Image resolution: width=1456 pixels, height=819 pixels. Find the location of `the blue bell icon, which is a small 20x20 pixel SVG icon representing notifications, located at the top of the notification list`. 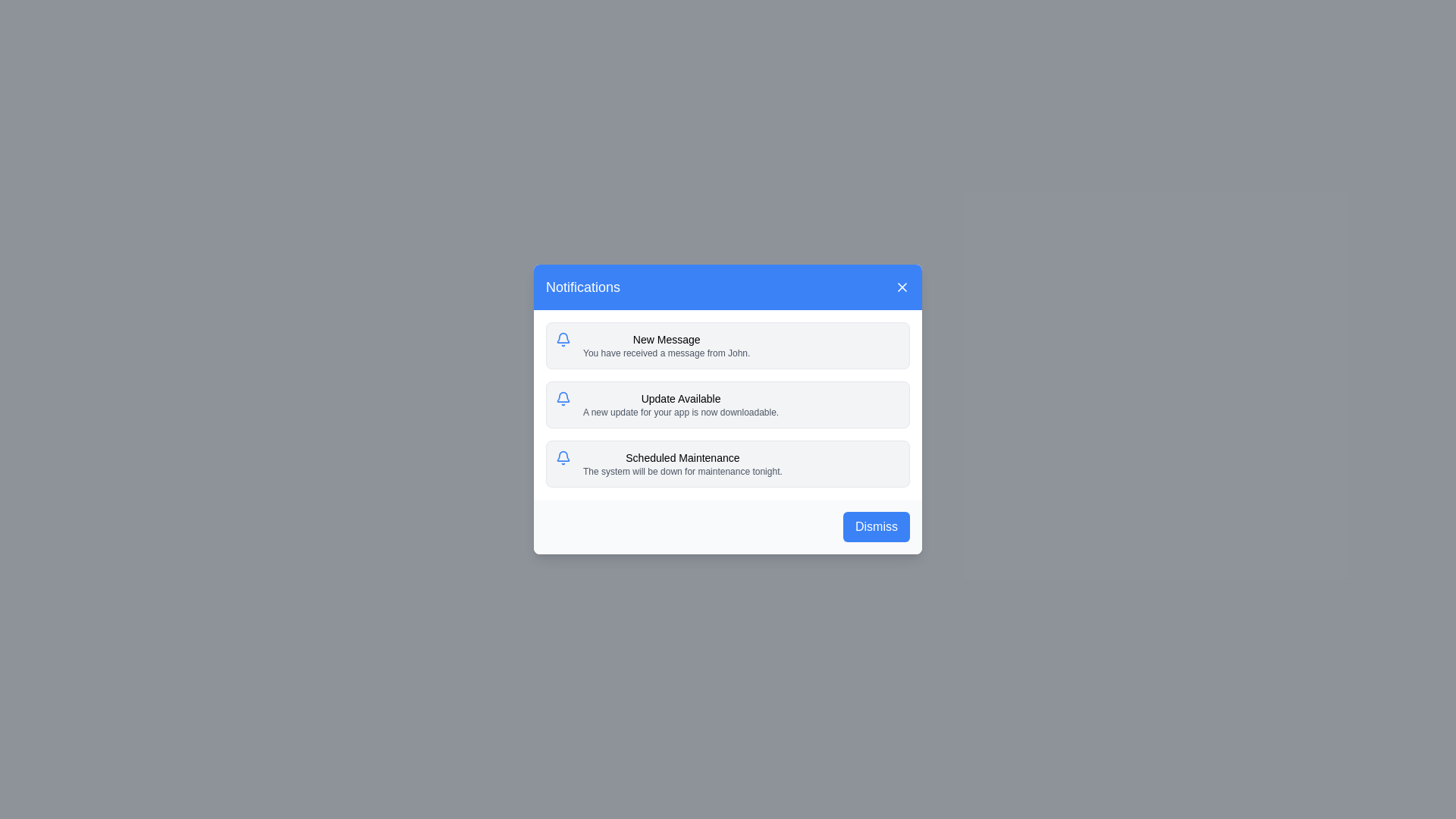

the blue bell icon, which is a small 20x20 pixel SVG icon representing notifications, located at the top of the notification list is located at coordinates (563, 338).